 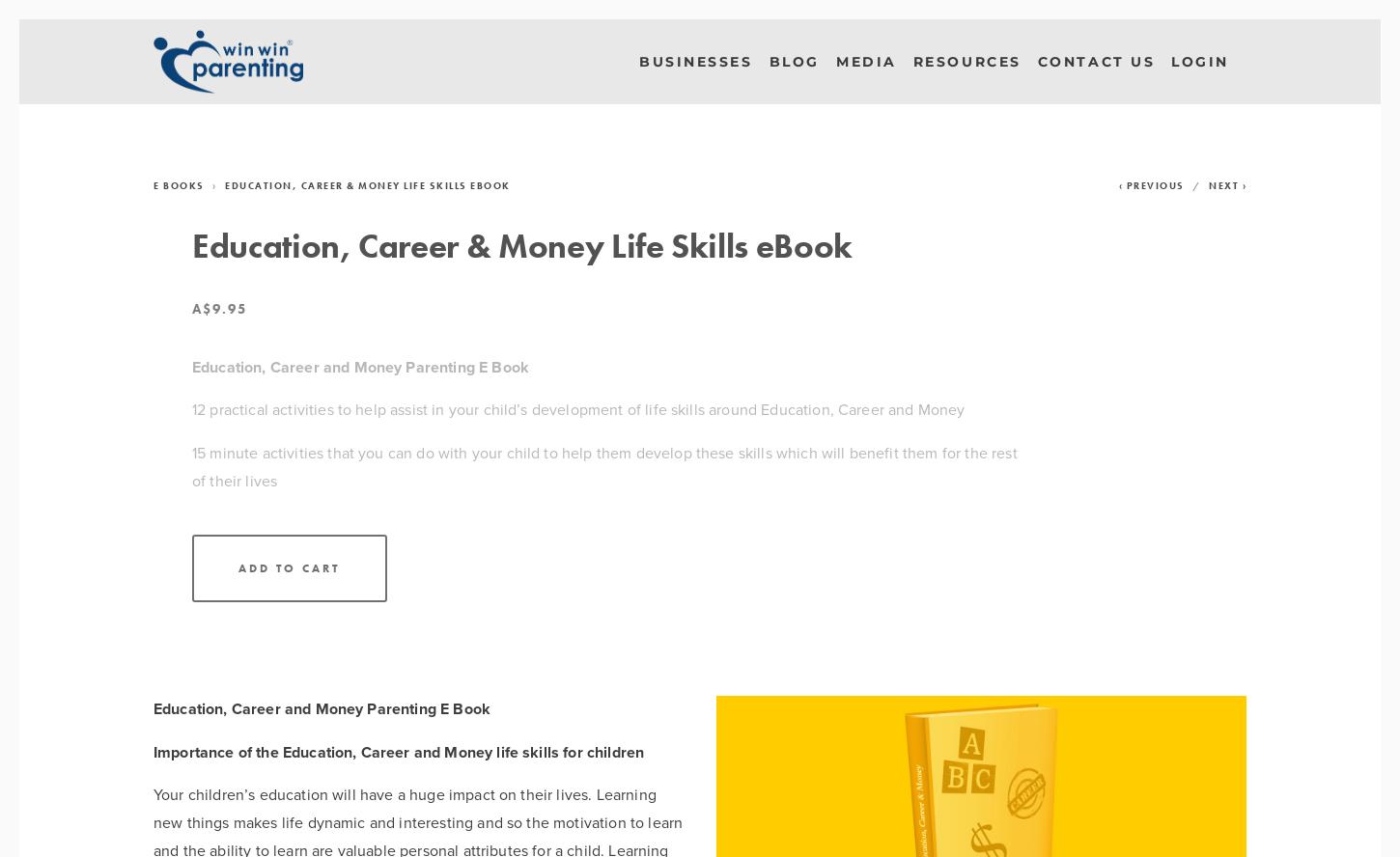 What do you see at coordinates (577, 408) in the screenshot?
I see `'12 practical activities to help assist in your child’s development of life skills around Education, Career and Money'` at bounding box center [577, 408].